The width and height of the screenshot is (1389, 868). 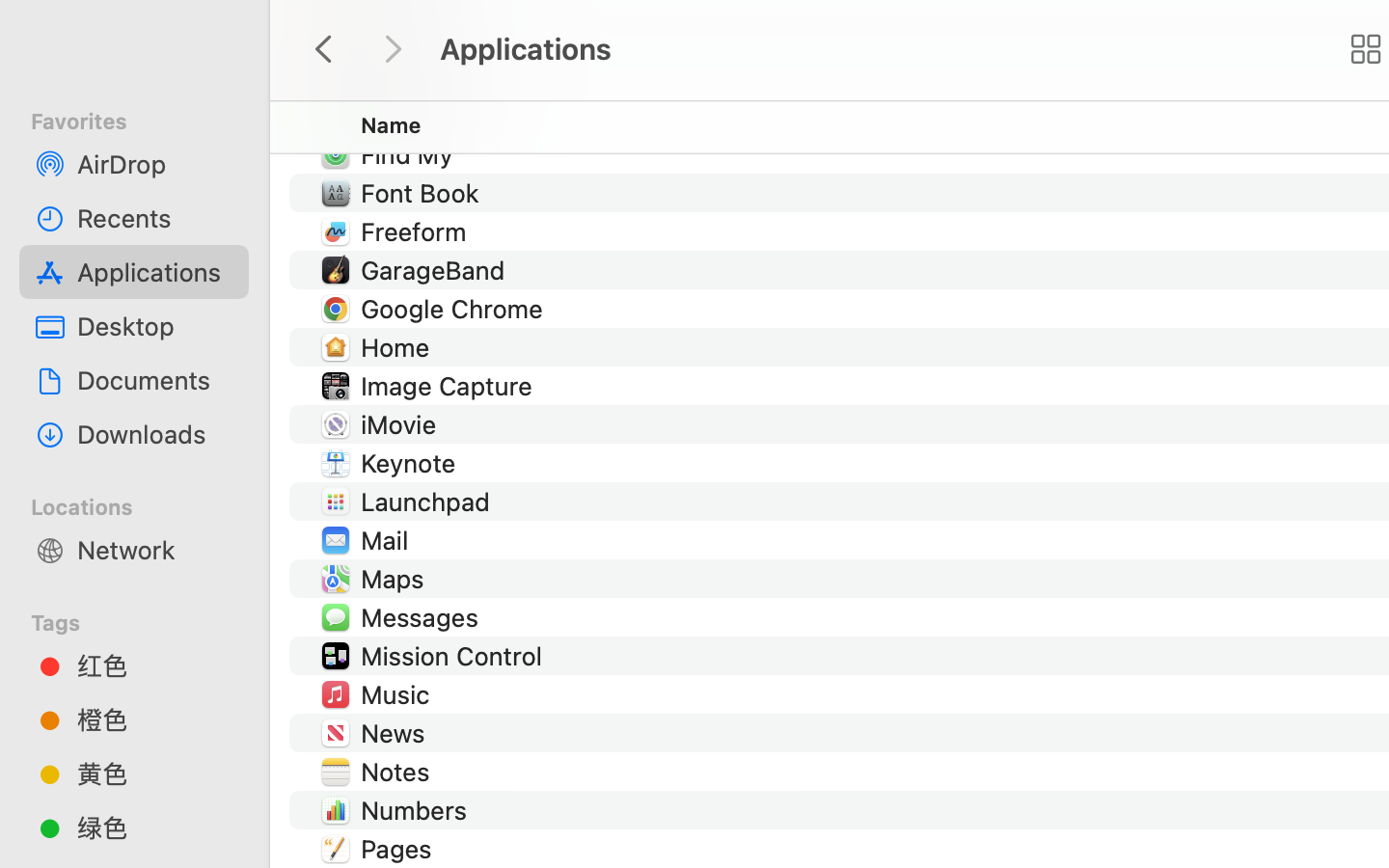 What do you see at coordinates (456, 308) in the screenshot?
I see `'Google Chrome'` at bounding box center [456, 308].